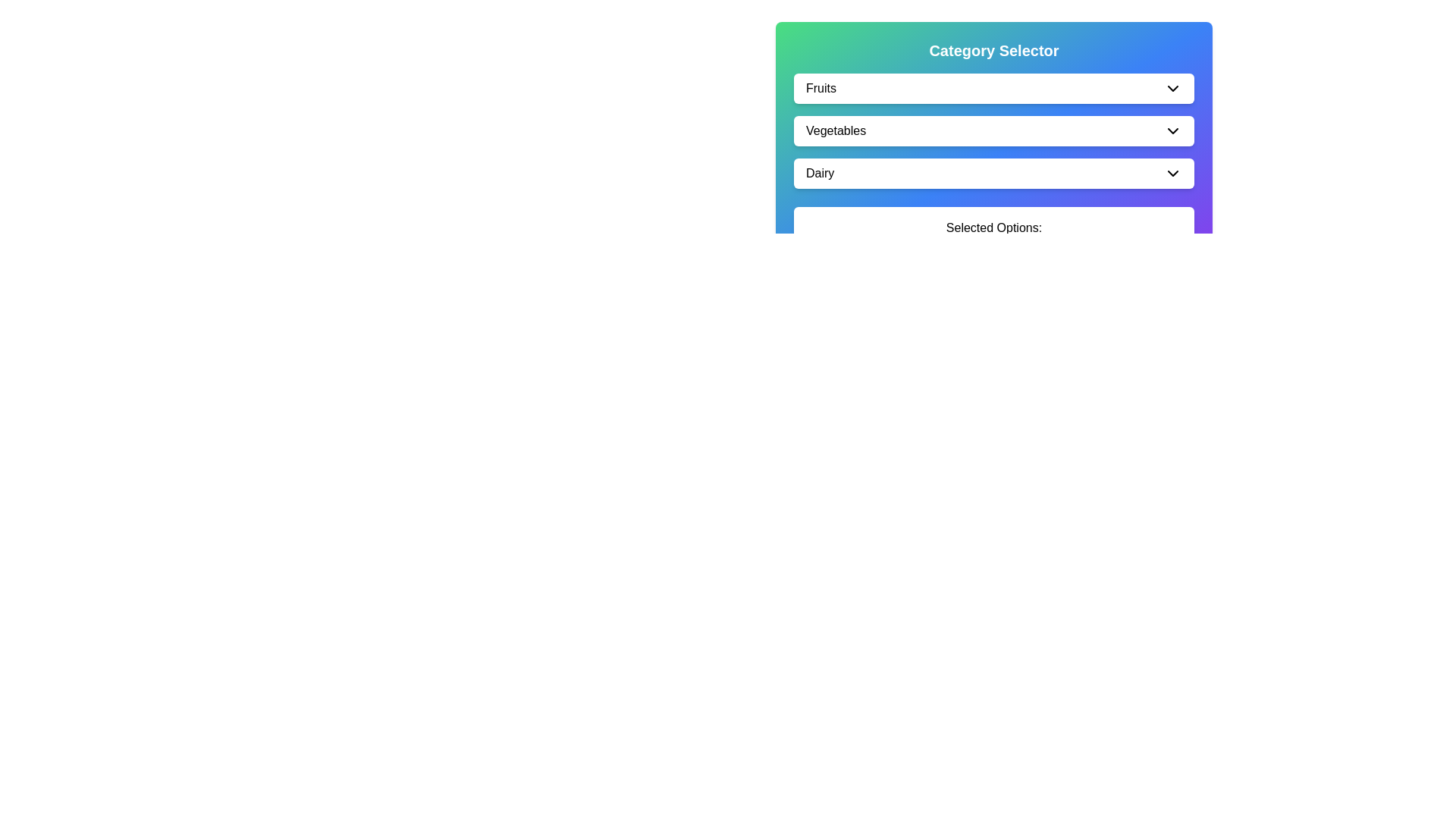 The height and width of the screenshot is (819, 1456). I want to click on the dropdown indicator icon located on the right side of the 'Fruits' list item to receive tooltips, so click(1172, 88).